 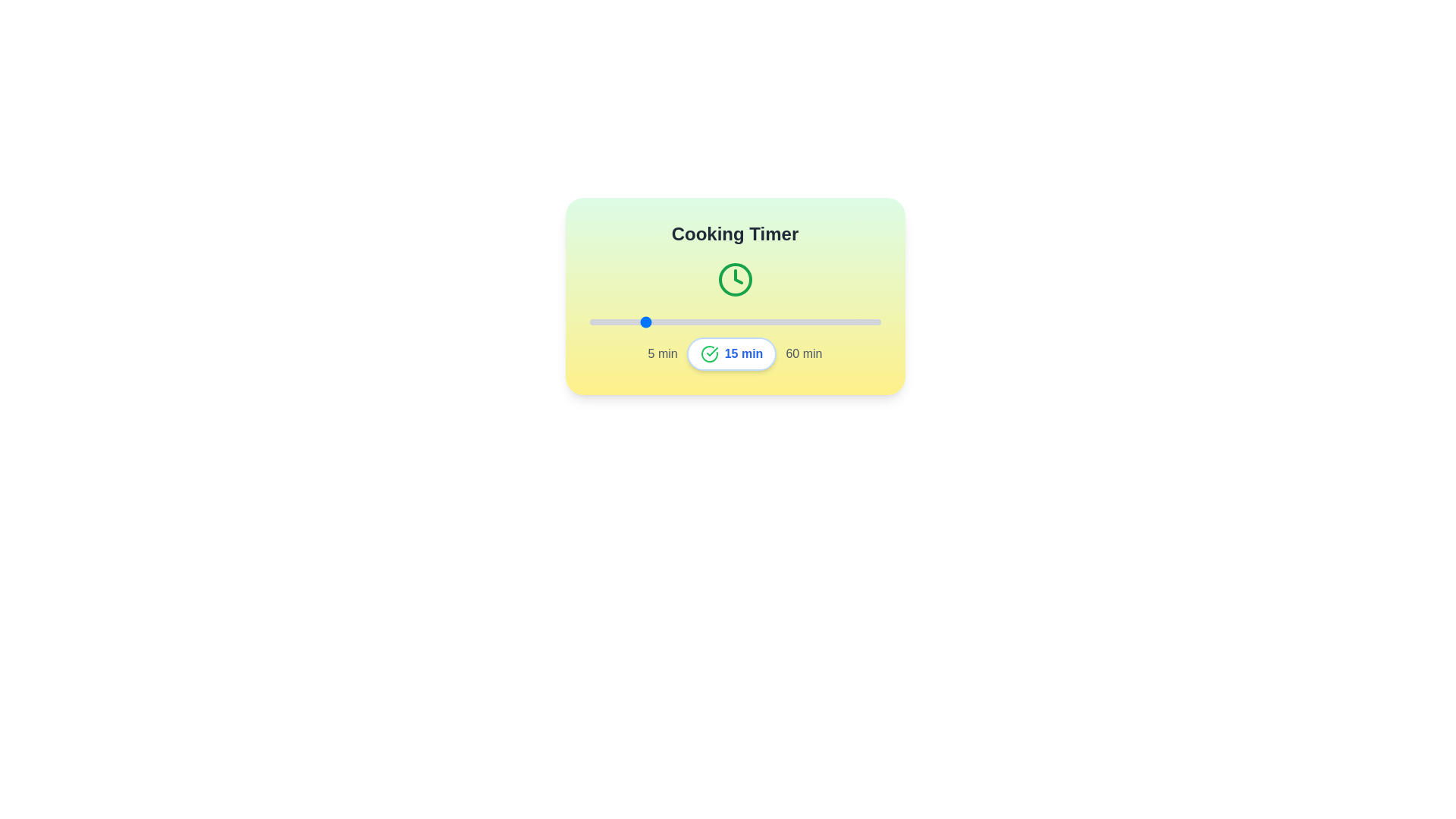 What do you see at coordinates (663, 353) in the screenshot?
I see `the Text label displaying '5 minutes', which is the first option in a horizontal arrangement of time options below a slider component` at bounding box center [663, 353].